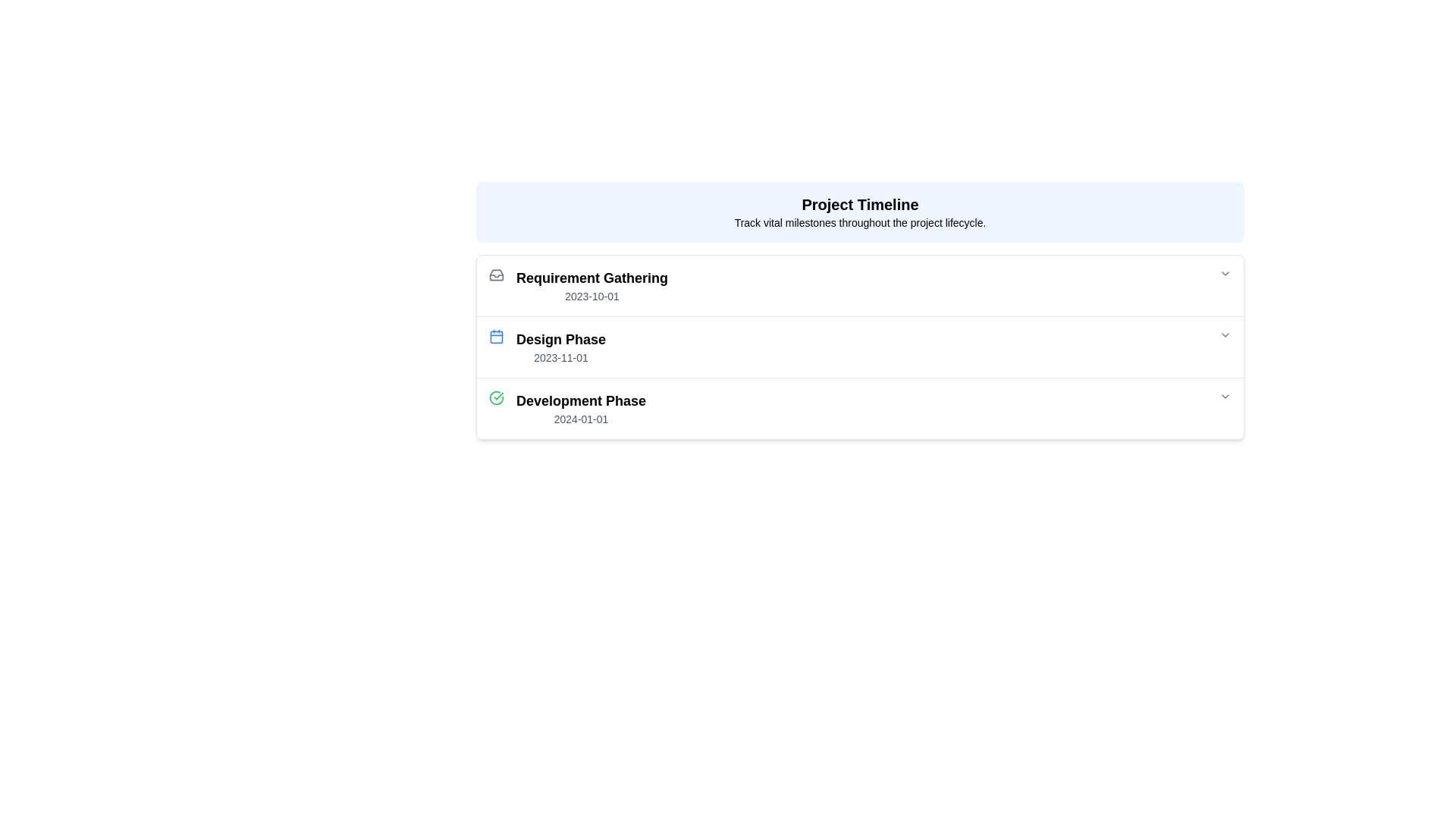  I want to click on the first text block in the vertical list under the 'Project Timeline' heading, which represents a milestone or project phase, so click(591, 286).